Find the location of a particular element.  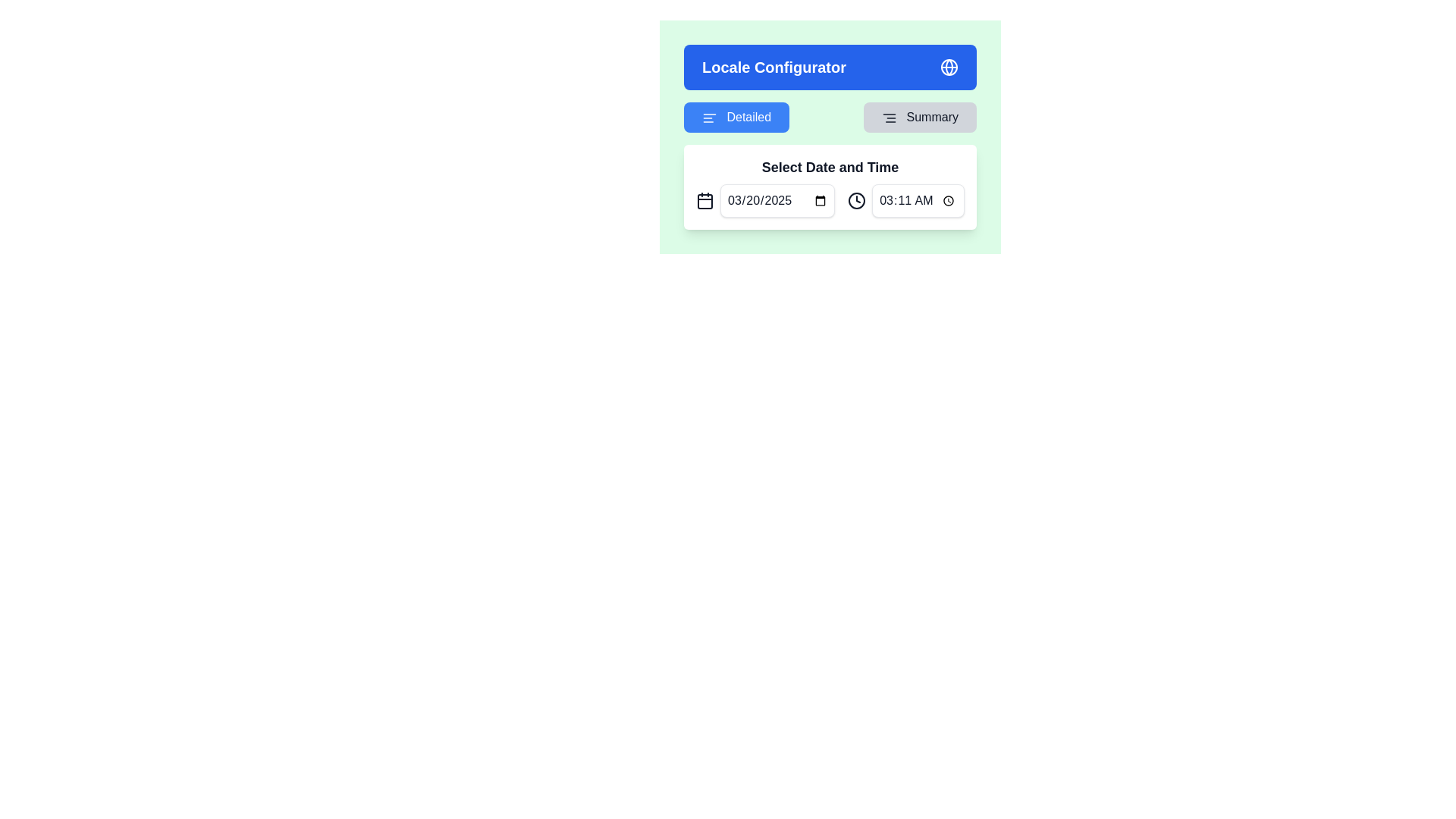

the leftmost button that switches to the detailed configuration interface located below the 'Locale Configurator' header is located at coordinates (736, 116).